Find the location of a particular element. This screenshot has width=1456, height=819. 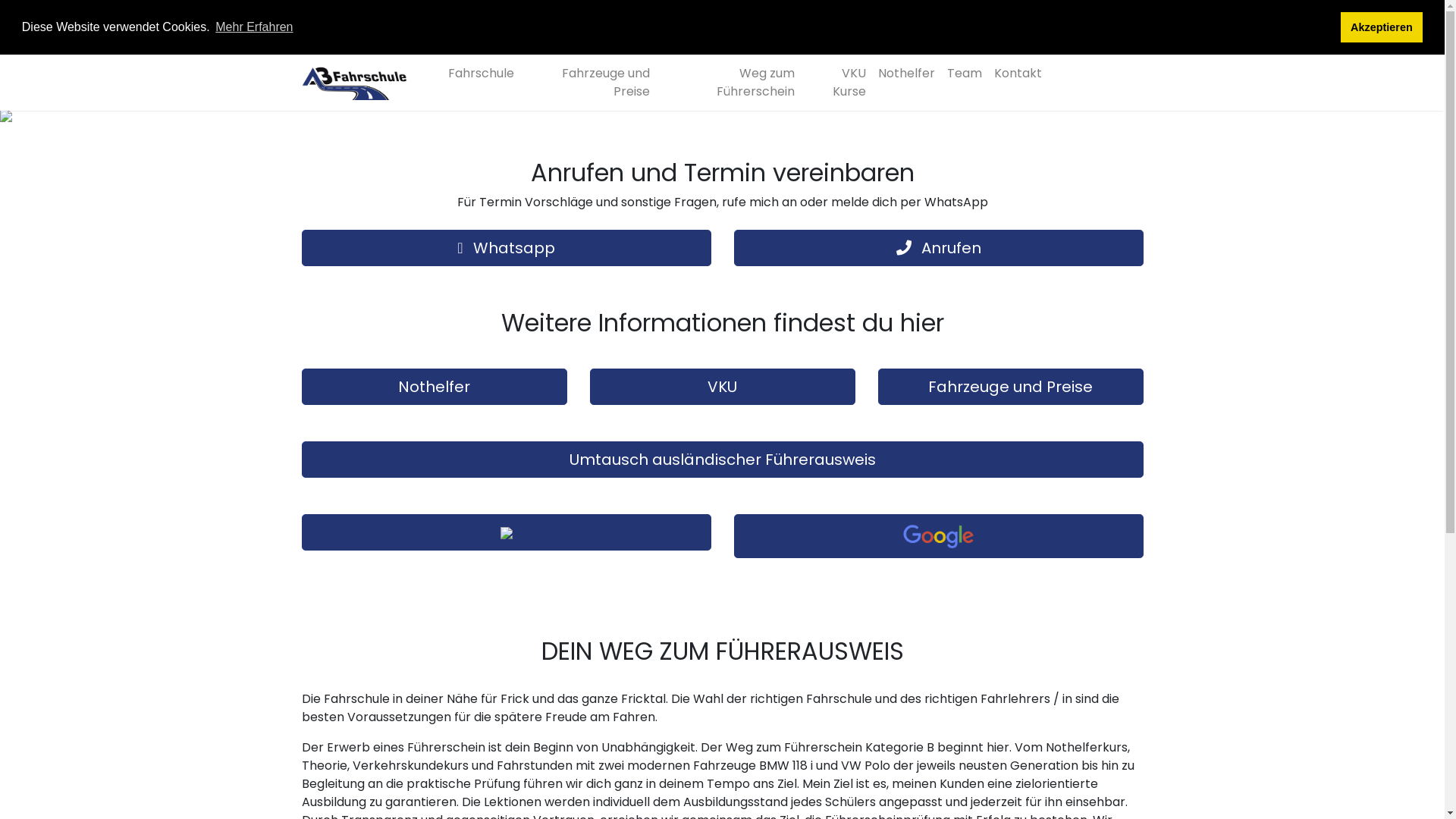

'Whatsapp' is located at coordinates (506, 247).